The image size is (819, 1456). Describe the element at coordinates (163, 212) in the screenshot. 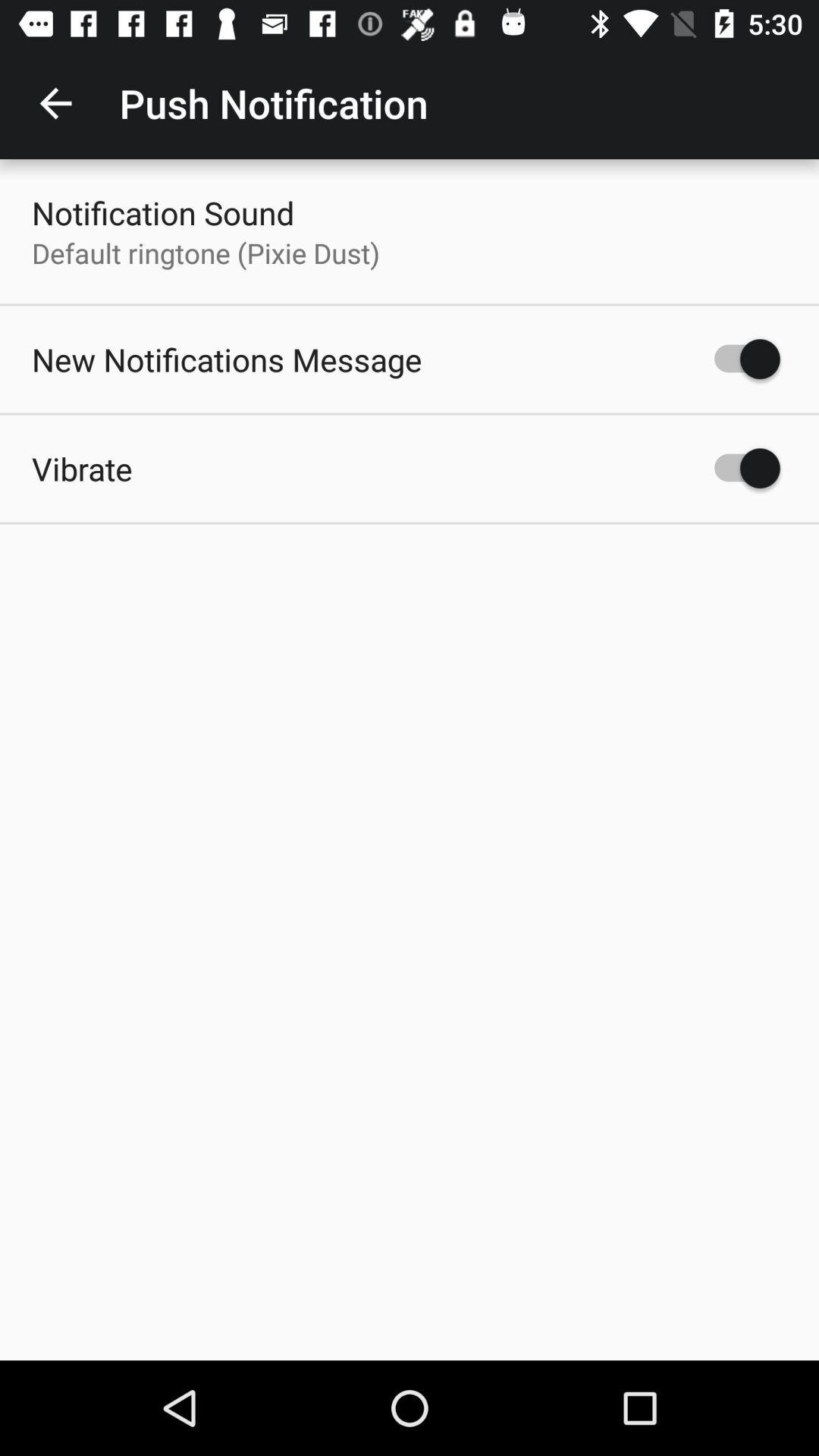

I see `icon above the default ringtone pixie` at that location.